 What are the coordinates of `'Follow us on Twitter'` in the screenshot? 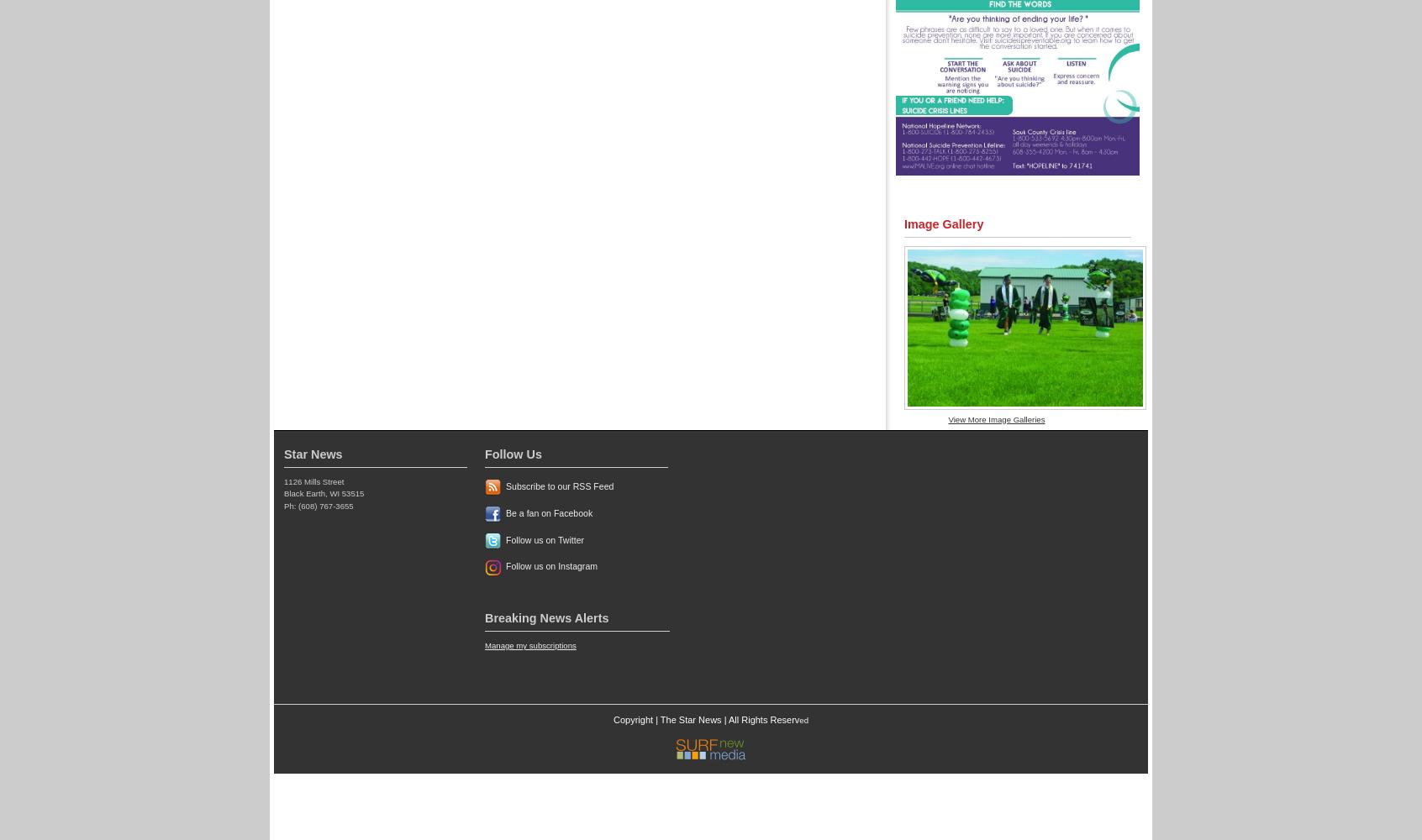 It's located at (505, 539).